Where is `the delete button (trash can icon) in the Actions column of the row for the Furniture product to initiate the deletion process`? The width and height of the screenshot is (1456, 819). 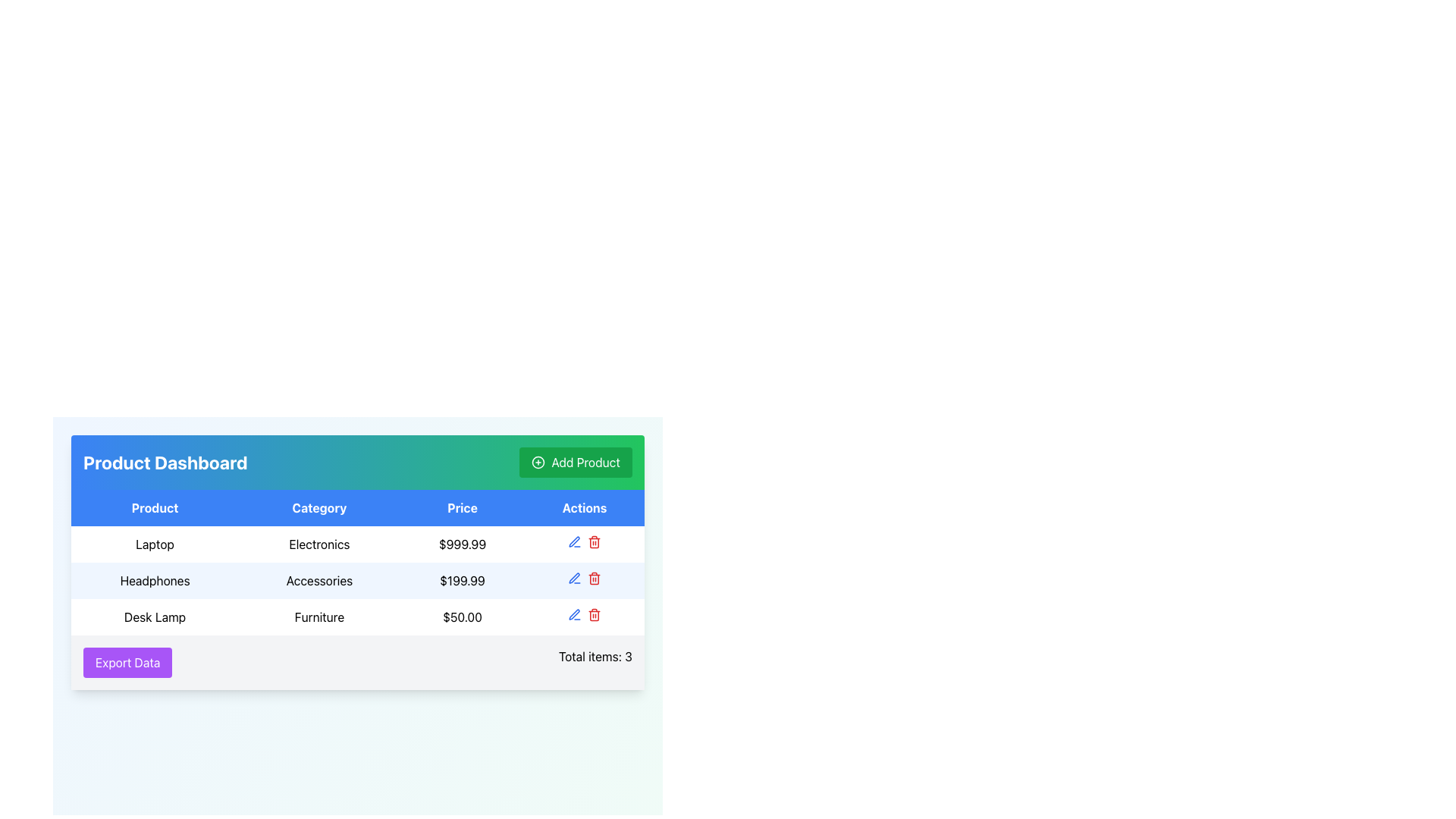 the delete button (trash can icon) in the Actions column of the row for the Furniture product to initiate the deletion process is located at coordinates (593, 614).